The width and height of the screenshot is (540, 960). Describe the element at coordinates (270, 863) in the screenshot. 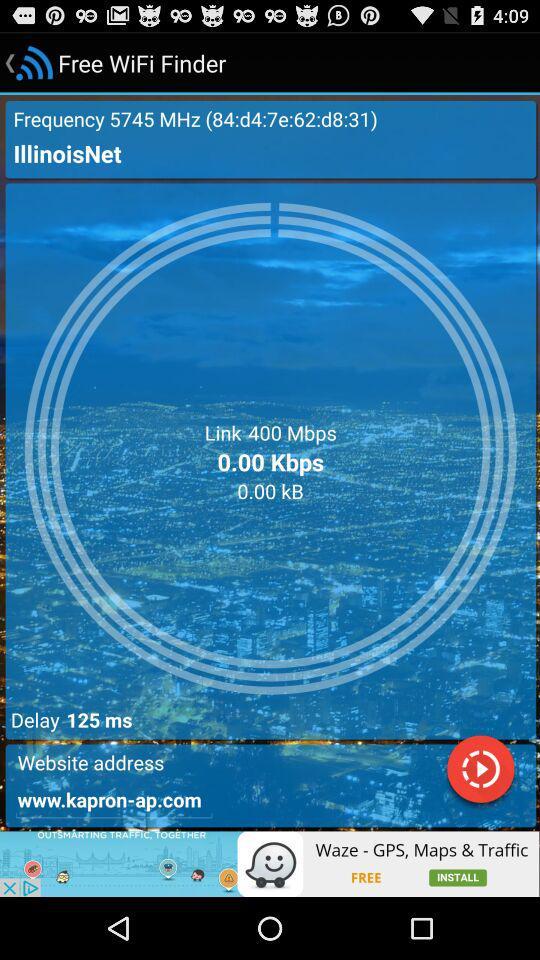

I see `advertisement banner` at that location.